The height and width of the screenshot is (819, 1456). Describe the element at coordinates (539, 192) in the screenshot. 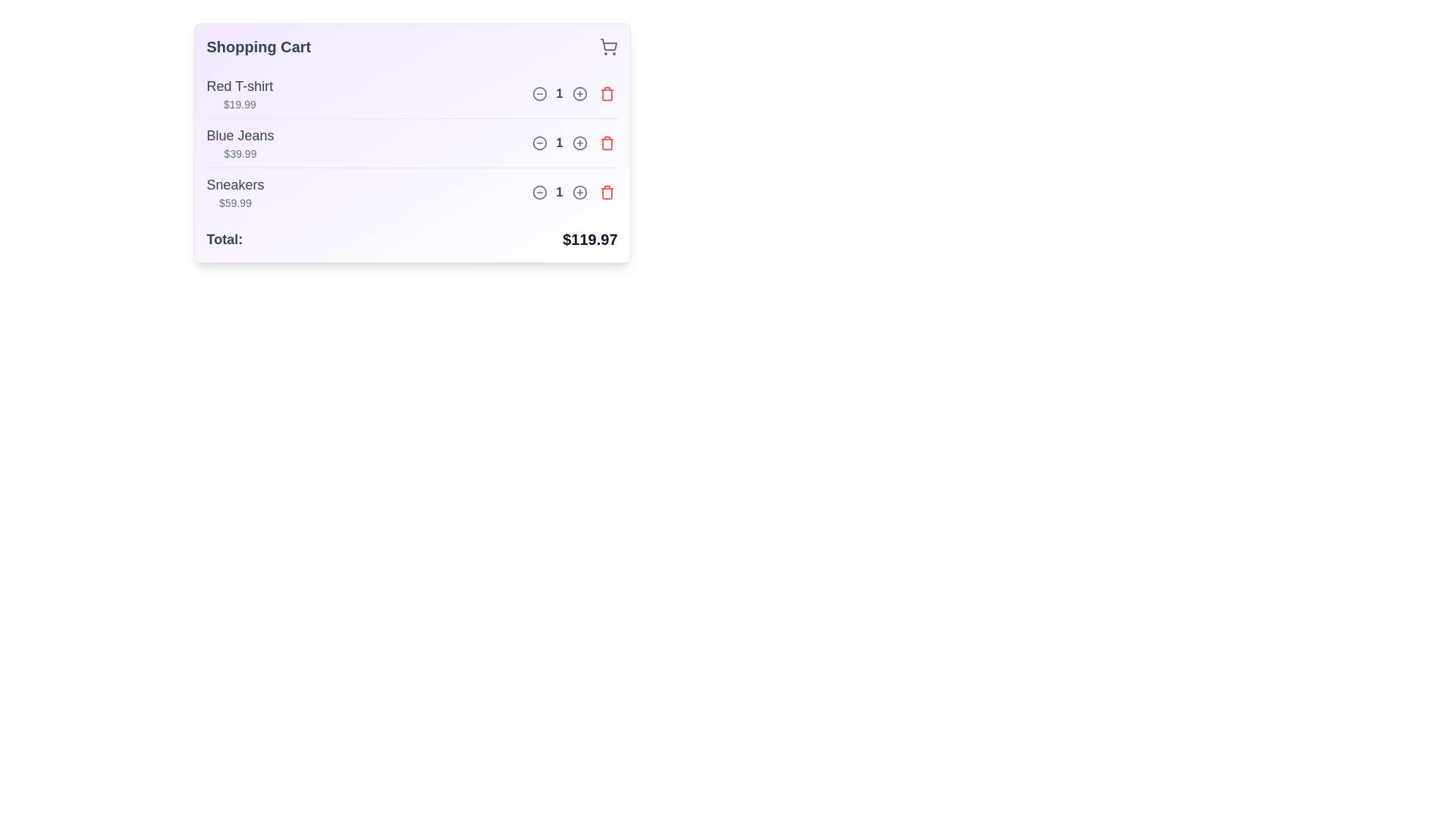

I see `the decrement button for the 'Sneakers' item in the shopping cart` at that location.